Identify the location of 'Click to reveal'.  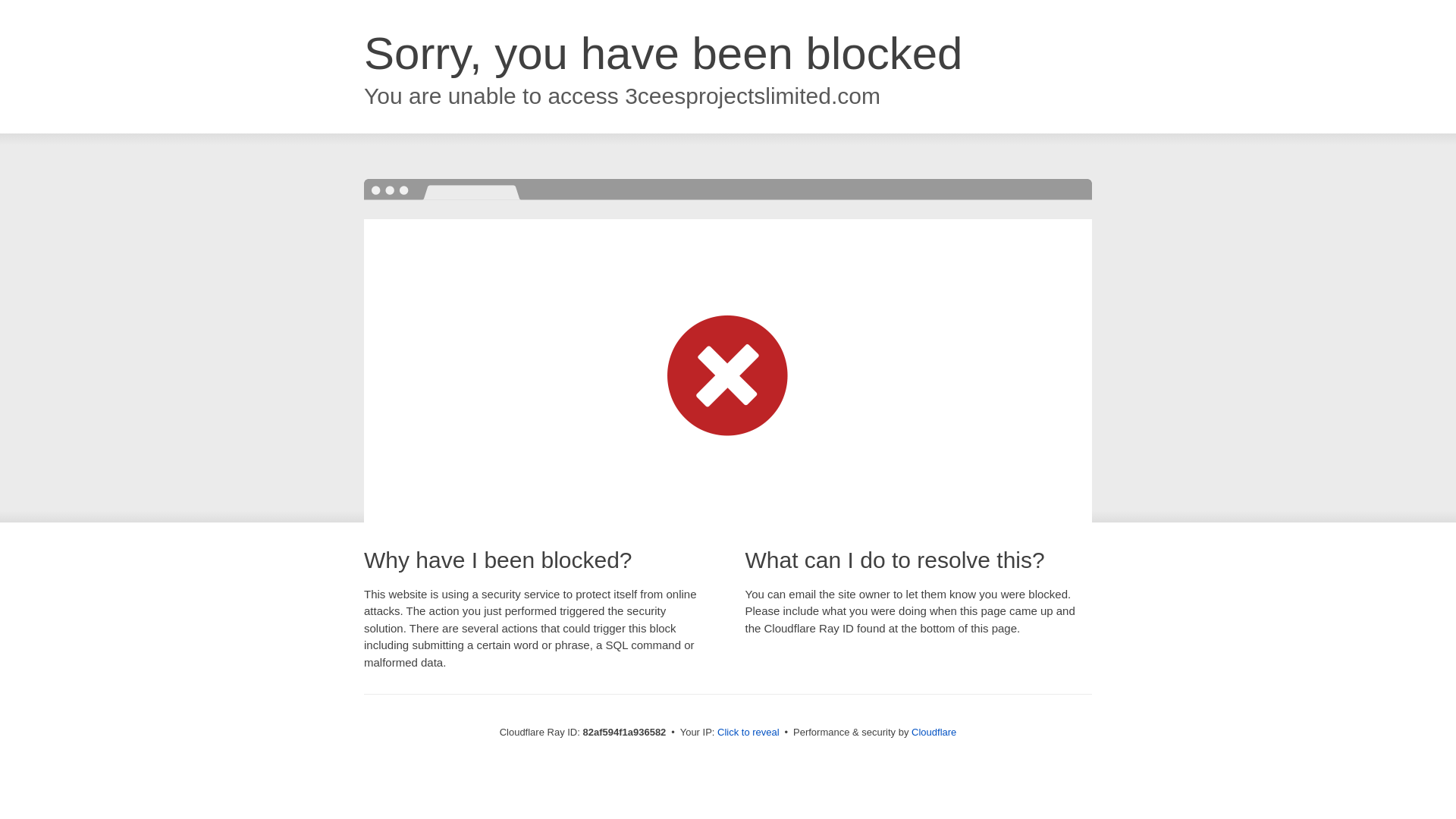
(748, 731).